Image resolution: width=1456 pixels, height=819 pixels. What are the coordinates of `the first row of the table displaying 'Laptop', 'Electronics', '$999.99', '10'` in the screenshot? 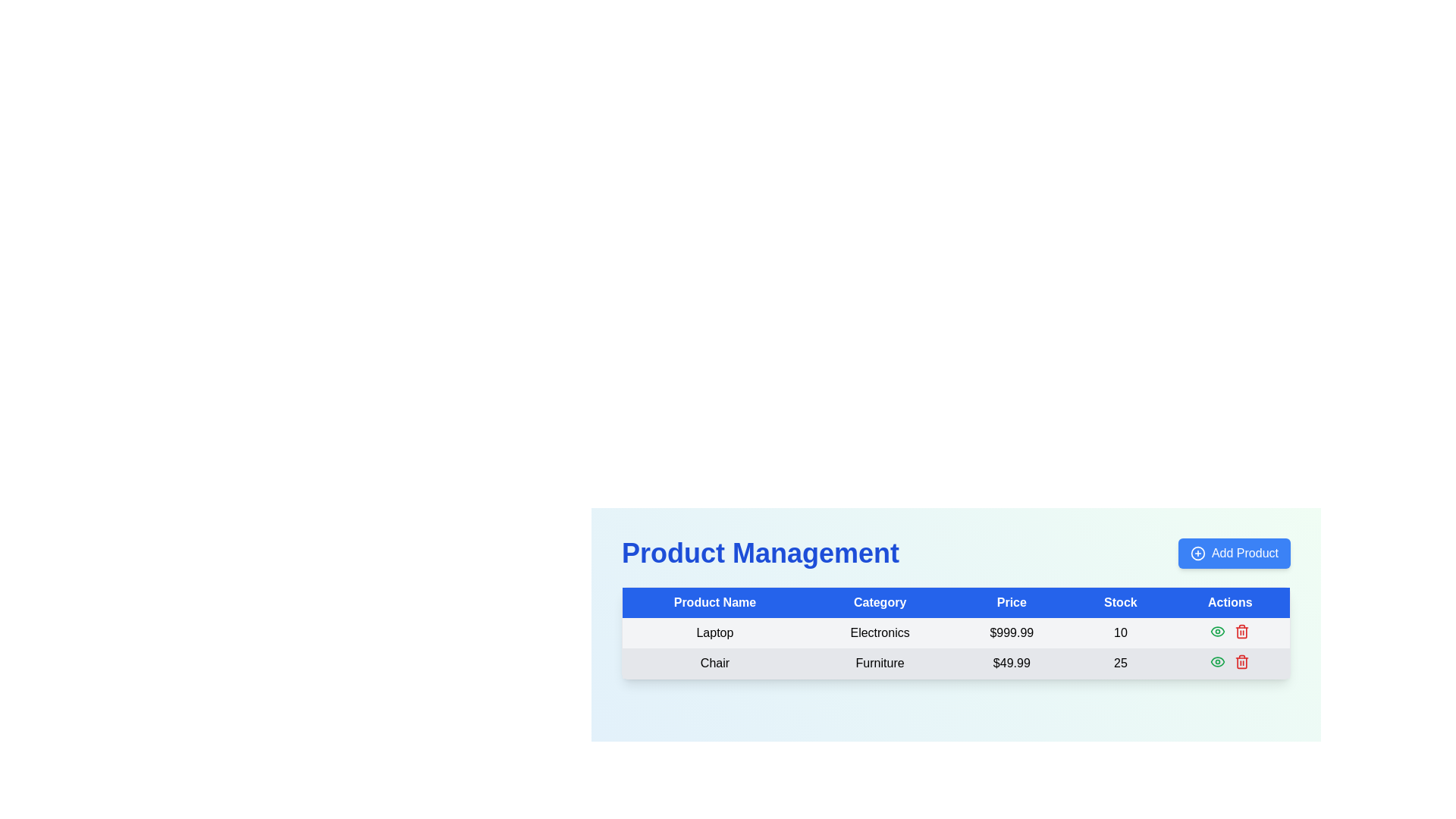 It's located at (955, 632).